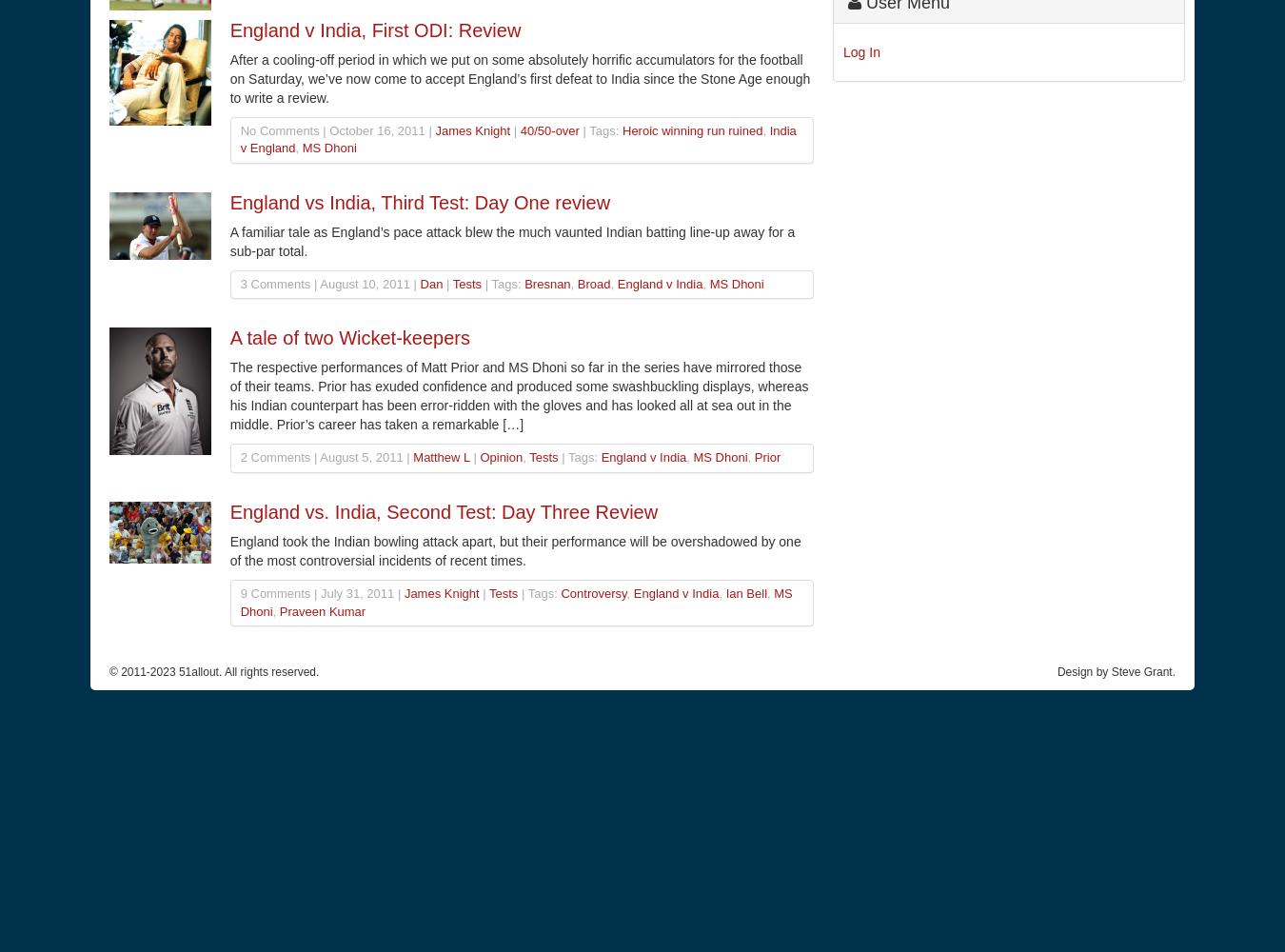 The image size is (1285, 952). What do you see at coordinates (517, 396) in the screenshot?
I see `'The respective performances of Matt Prior and MS Dhoni so far in the series have mirrored those of their teams. Prior has exuded confidence and produced some swashbuckling displays, whereas his Indian counterpart has been error-ridden with the gloves and has looked all at sea out in the middle. Prior’s career has taken a remarkable […]'` at bounding box center [517, 396].